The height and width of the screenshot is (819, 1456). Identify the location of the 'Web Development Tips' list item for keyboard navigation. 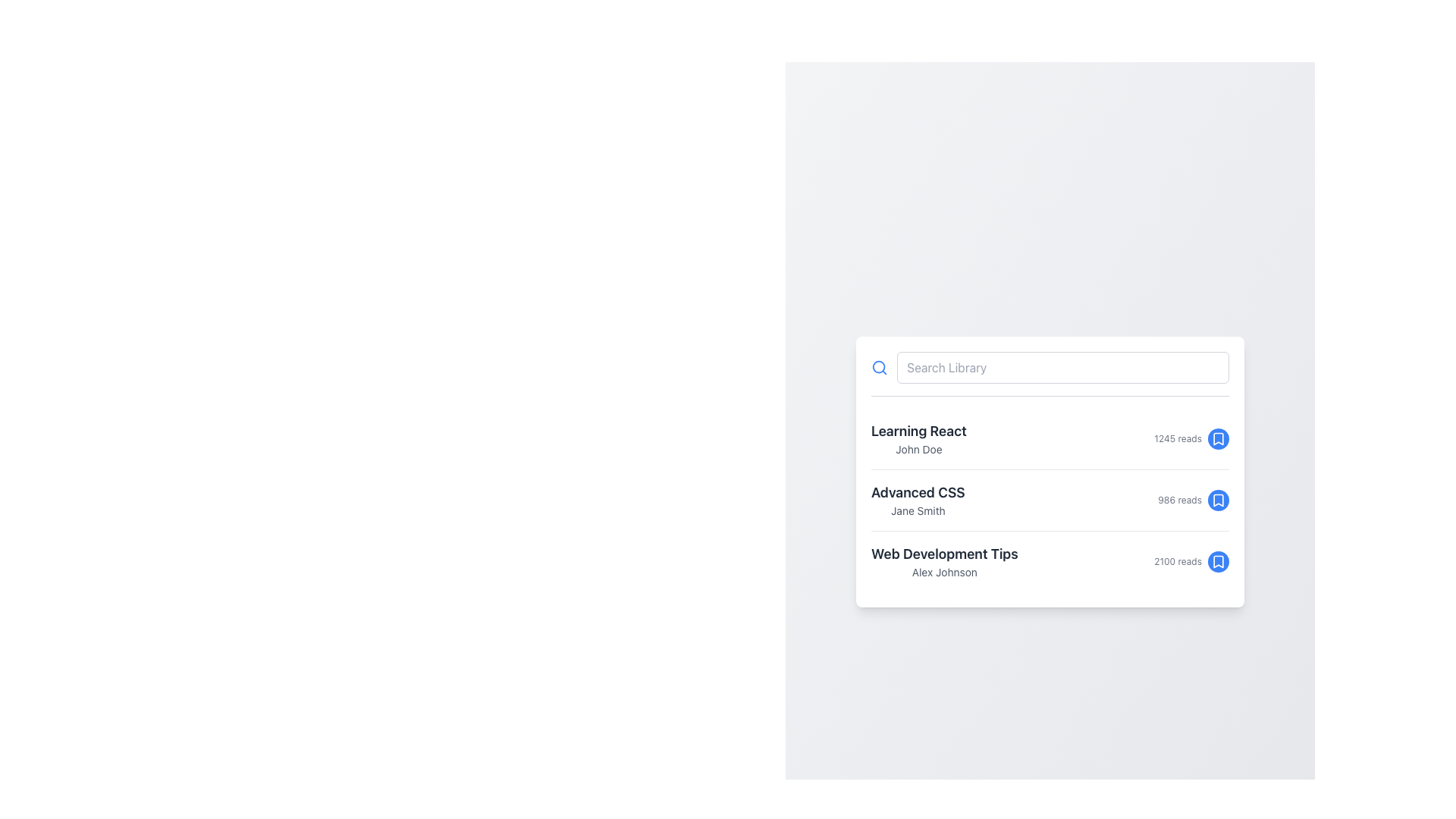
(1050, 561).